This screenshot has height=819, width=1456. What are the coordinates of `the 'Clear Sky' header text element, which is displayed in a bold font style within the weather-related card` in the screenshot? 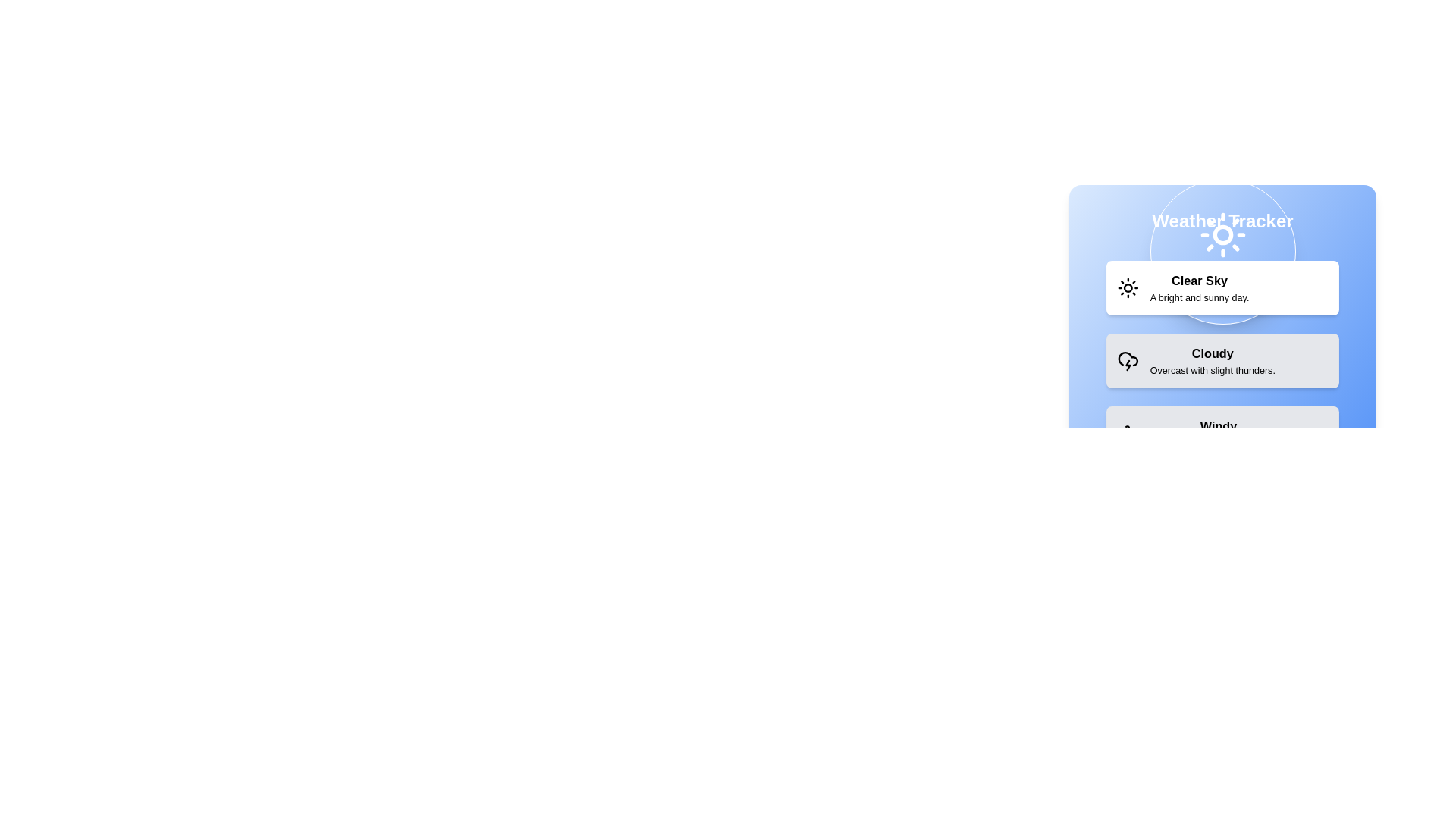 It's located at (1199, 281).